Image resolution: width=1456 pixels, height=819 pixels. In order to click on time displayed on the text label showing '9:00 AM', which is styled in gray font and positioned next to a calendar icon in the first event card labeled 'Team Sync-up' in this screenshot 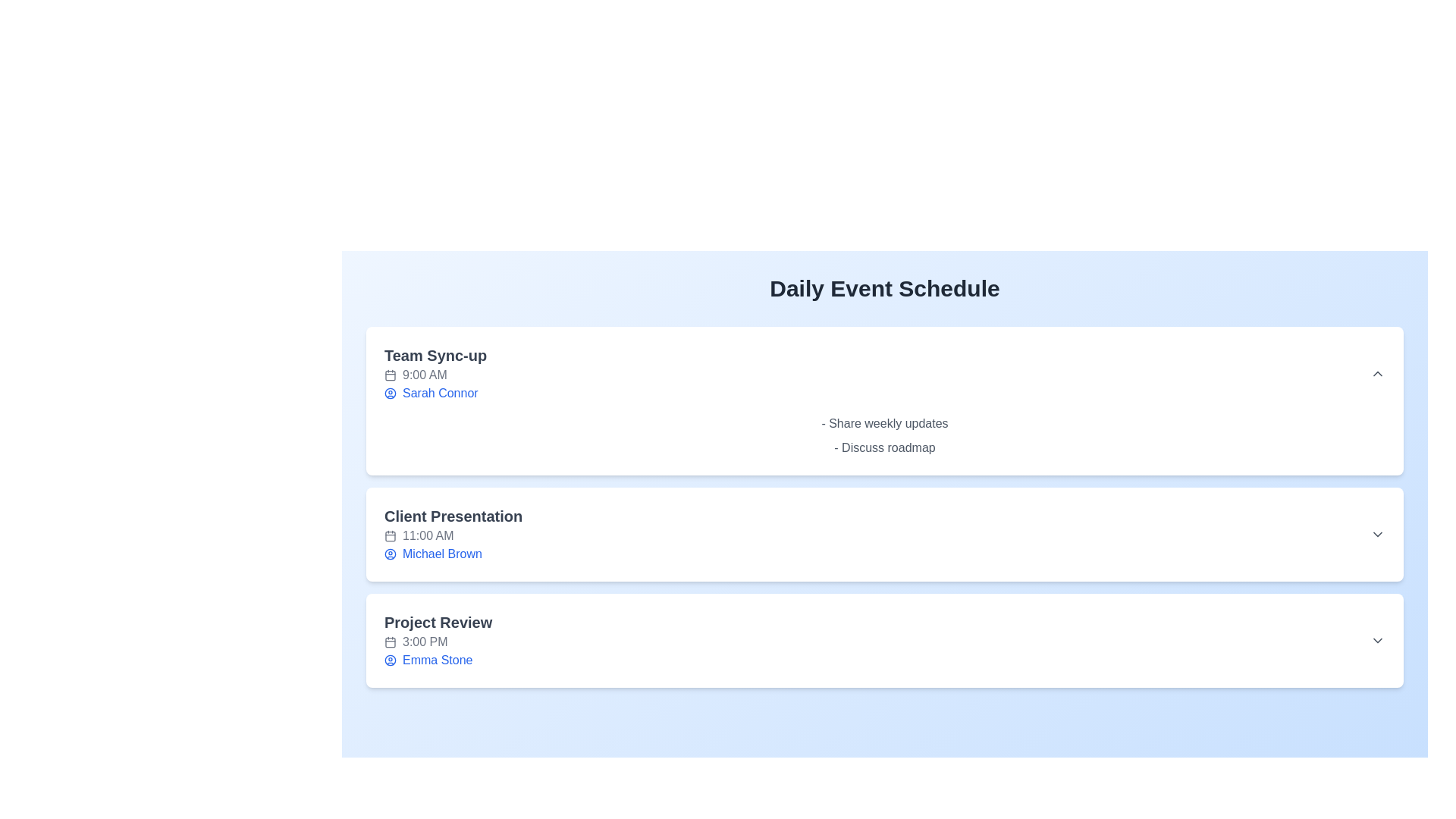, I will do `click(425, 375)`.